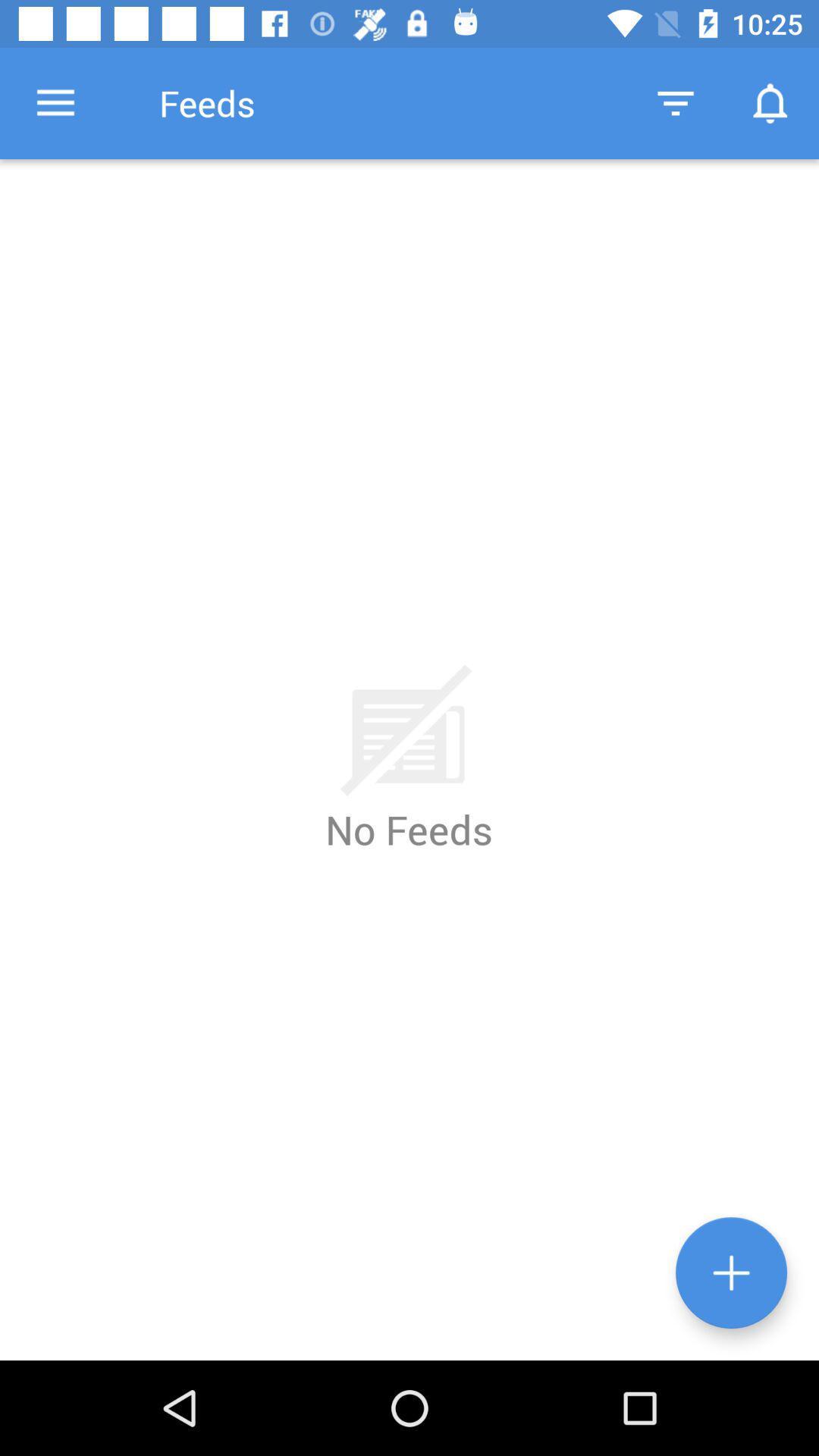 This screenshot has height=1456, width=819. I want to click on feeds, so click(730, 1272).